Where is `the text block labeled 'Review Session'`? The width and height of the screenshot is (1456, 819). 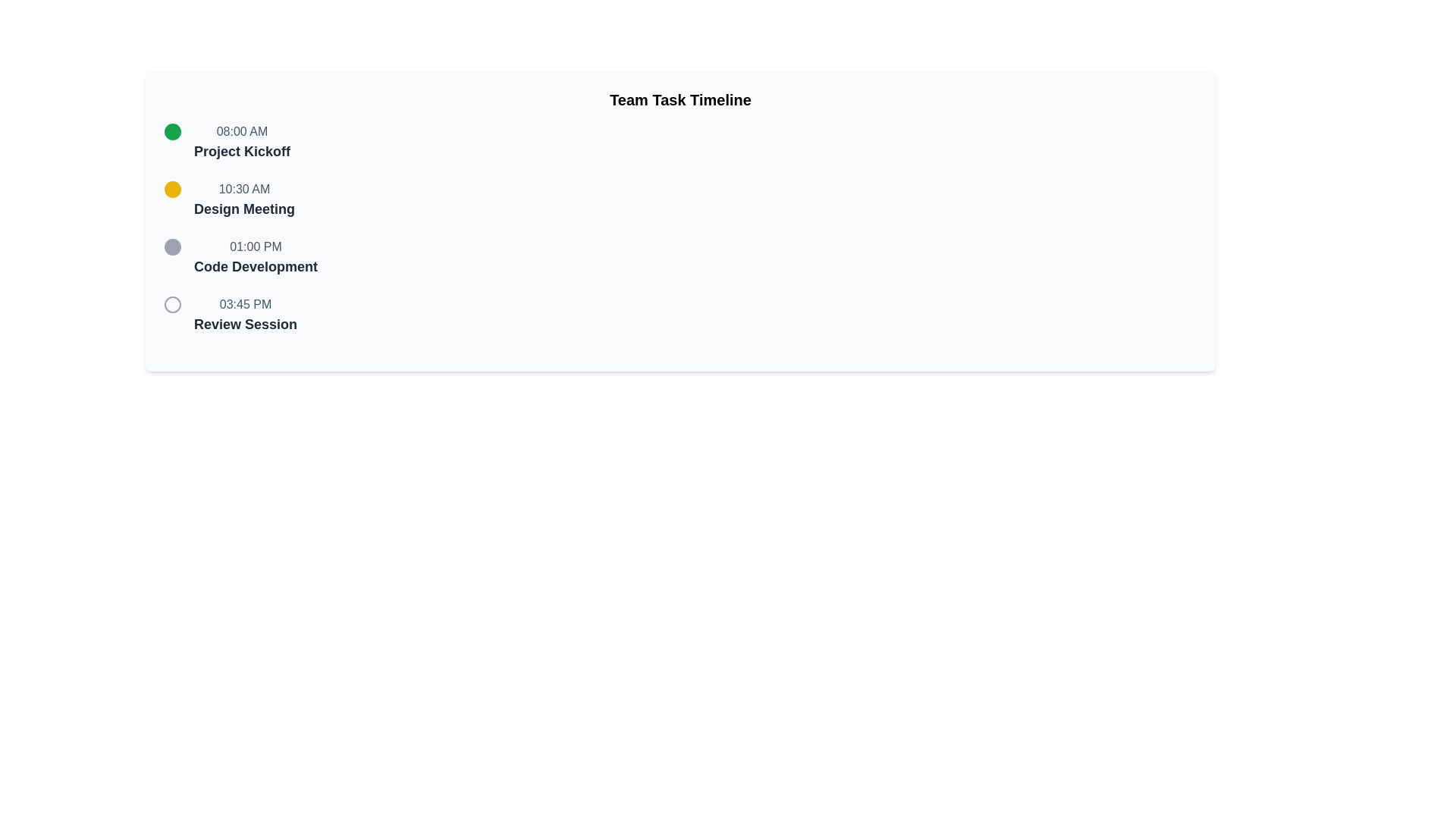 the text block labeled 'Review Session' is located at coordinates (246, 315).